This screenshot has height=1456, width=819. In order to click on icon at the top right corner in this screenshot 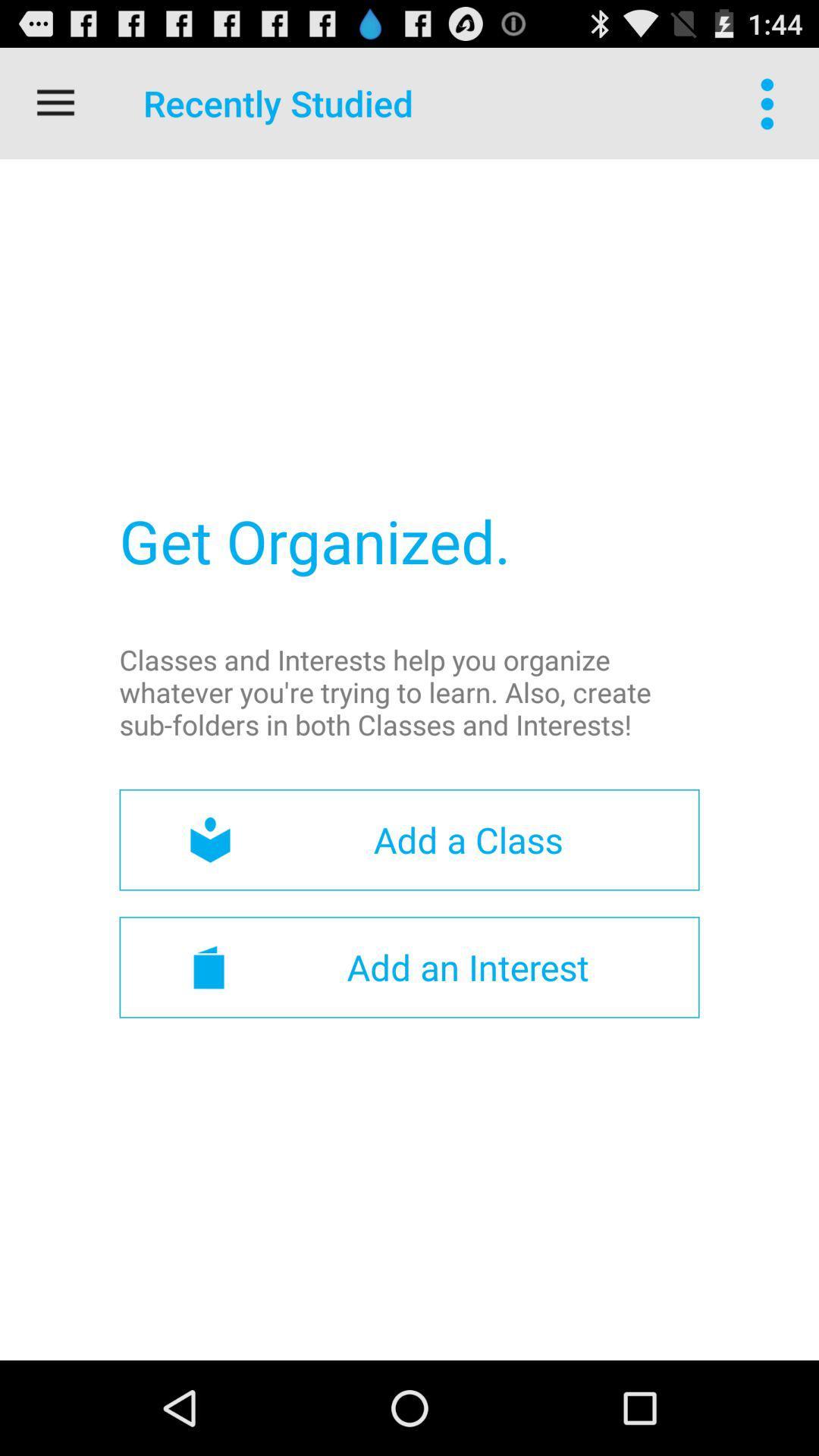, I will do `click(771, 102)`.